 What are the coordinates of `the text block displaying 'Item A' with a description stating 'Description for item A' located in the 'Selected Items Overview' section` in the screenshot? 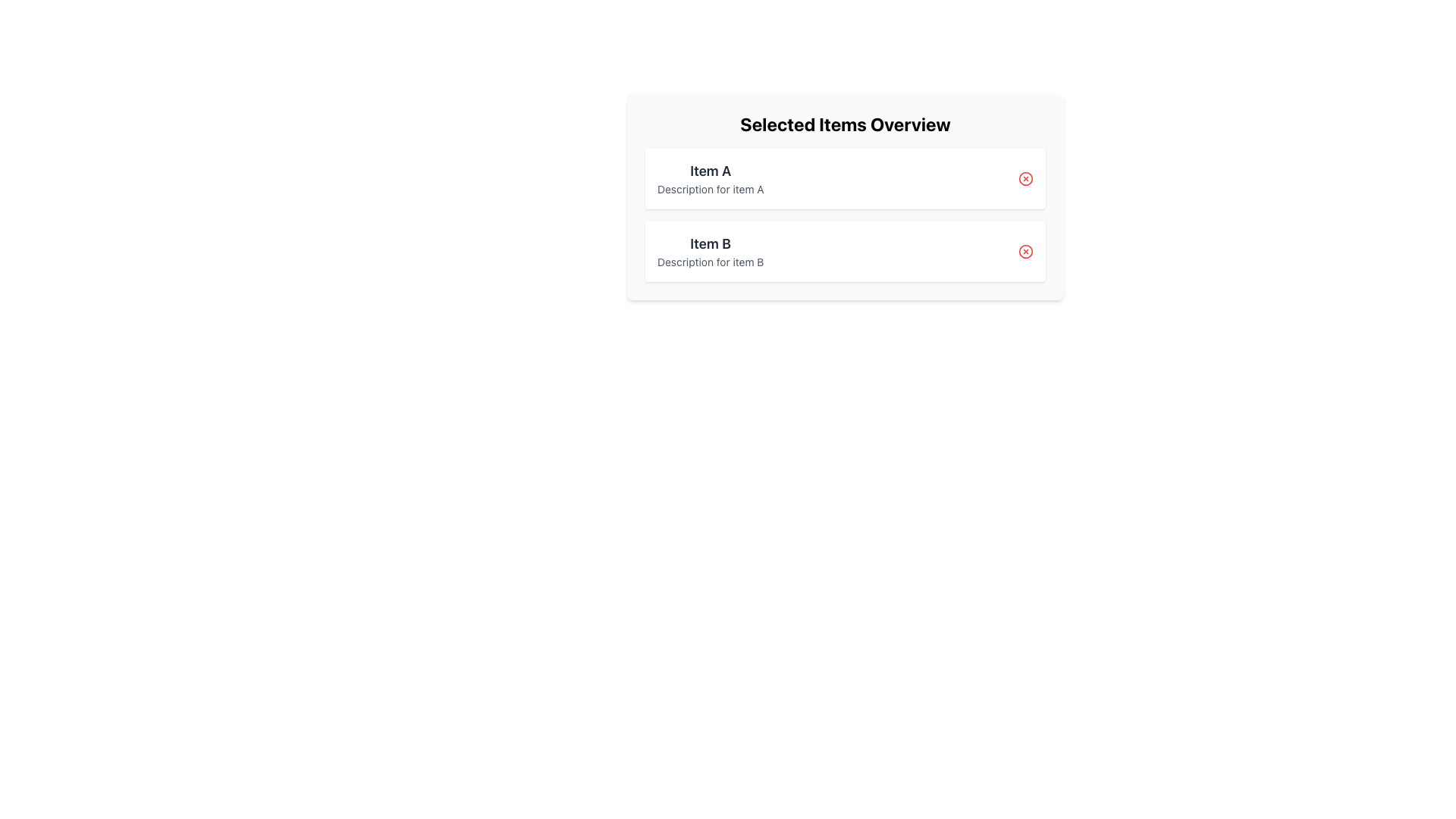 It's located at (710, 177).